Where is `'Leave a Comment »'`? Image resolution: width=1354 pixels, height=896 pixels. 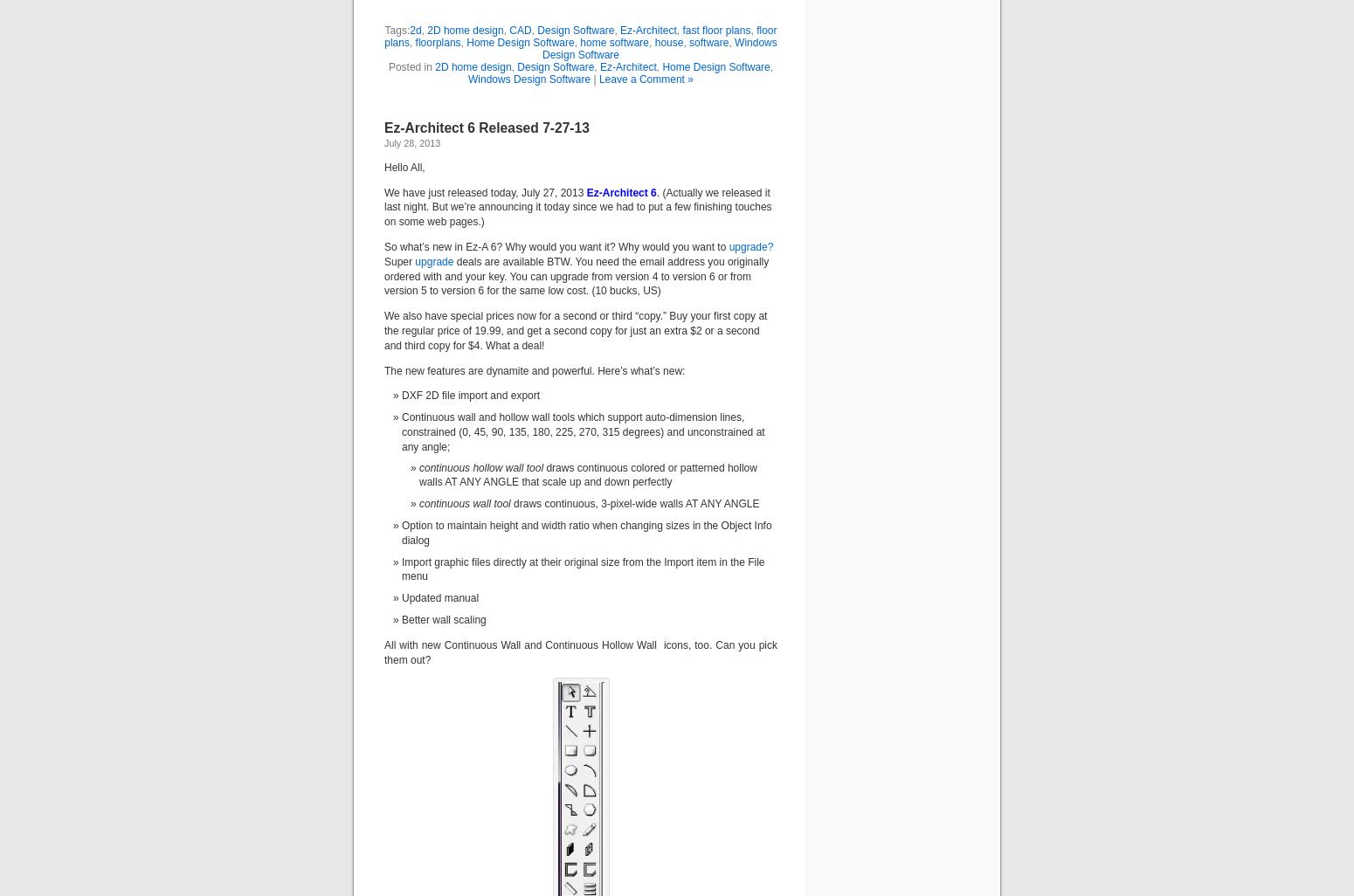
'Leave a Comment »' is located at coordinates (646, 77).